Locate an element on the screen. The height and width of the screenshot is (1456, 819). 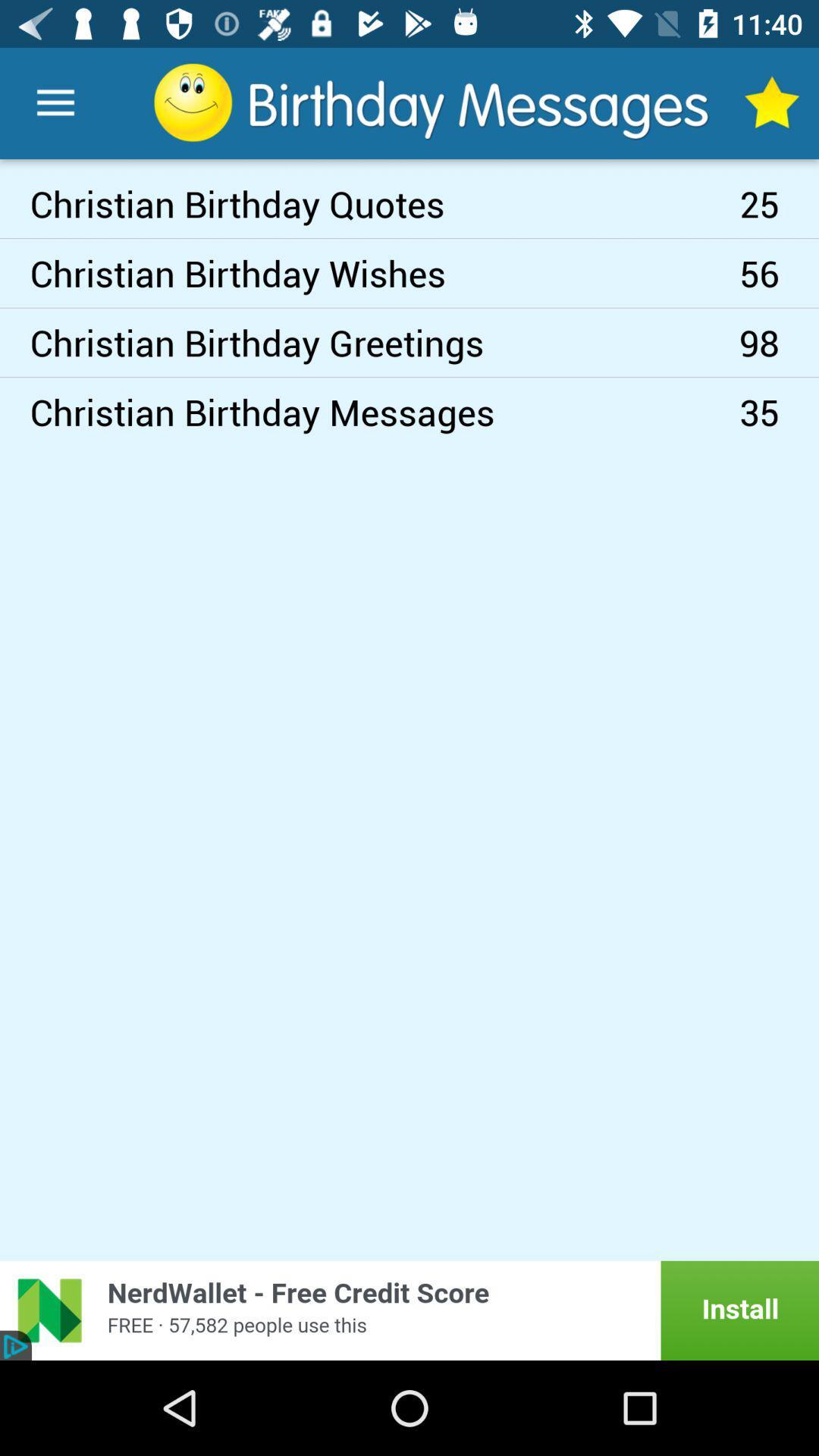
the icon next to christian birthday messages is located at coordinates (779, 412).